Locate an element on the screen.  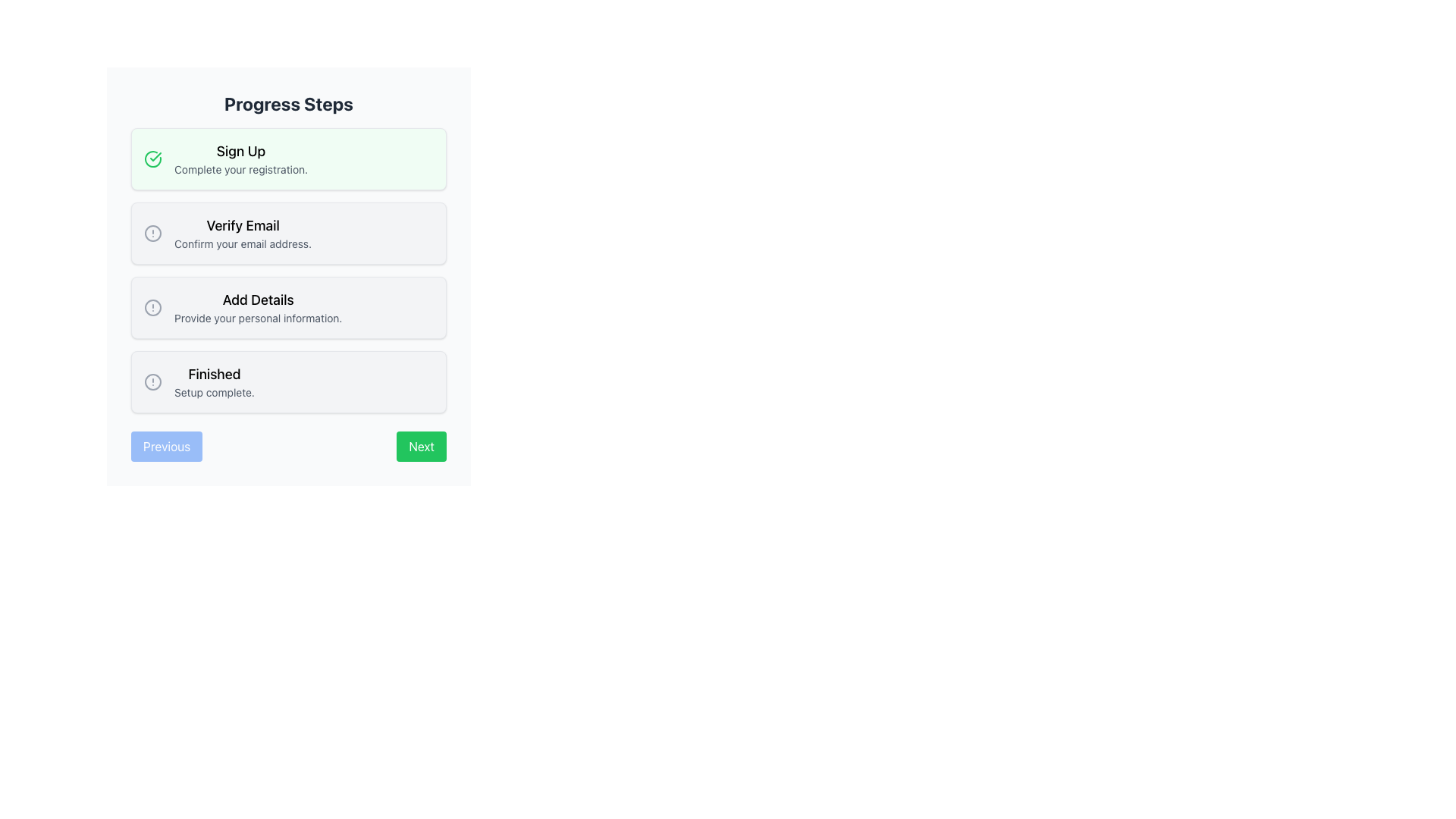
the 'Verify Email' text label, which displays the text in bold and larger font, positioned at the top of the step box within the second step of a vertical sequence is located at coordinates (243, 225).